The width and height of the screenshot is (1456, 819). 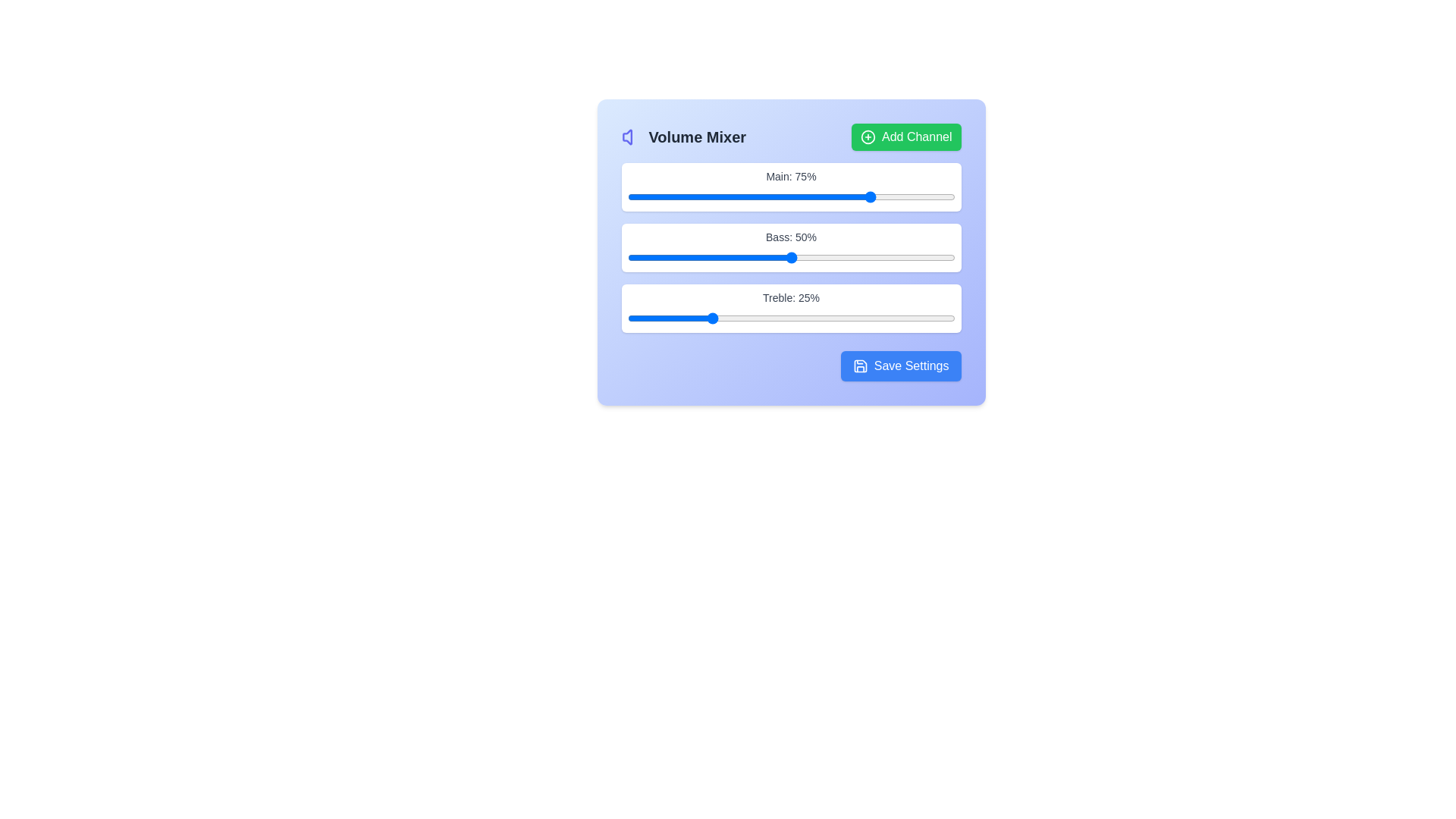 What do you see at coordinates (790, 186) in the screenshot?
I see `the Slider control labeled 'Main: 75%' which has a white background, rounded corners, and a blue slider indicating the value` at bounding box center [790, 186].